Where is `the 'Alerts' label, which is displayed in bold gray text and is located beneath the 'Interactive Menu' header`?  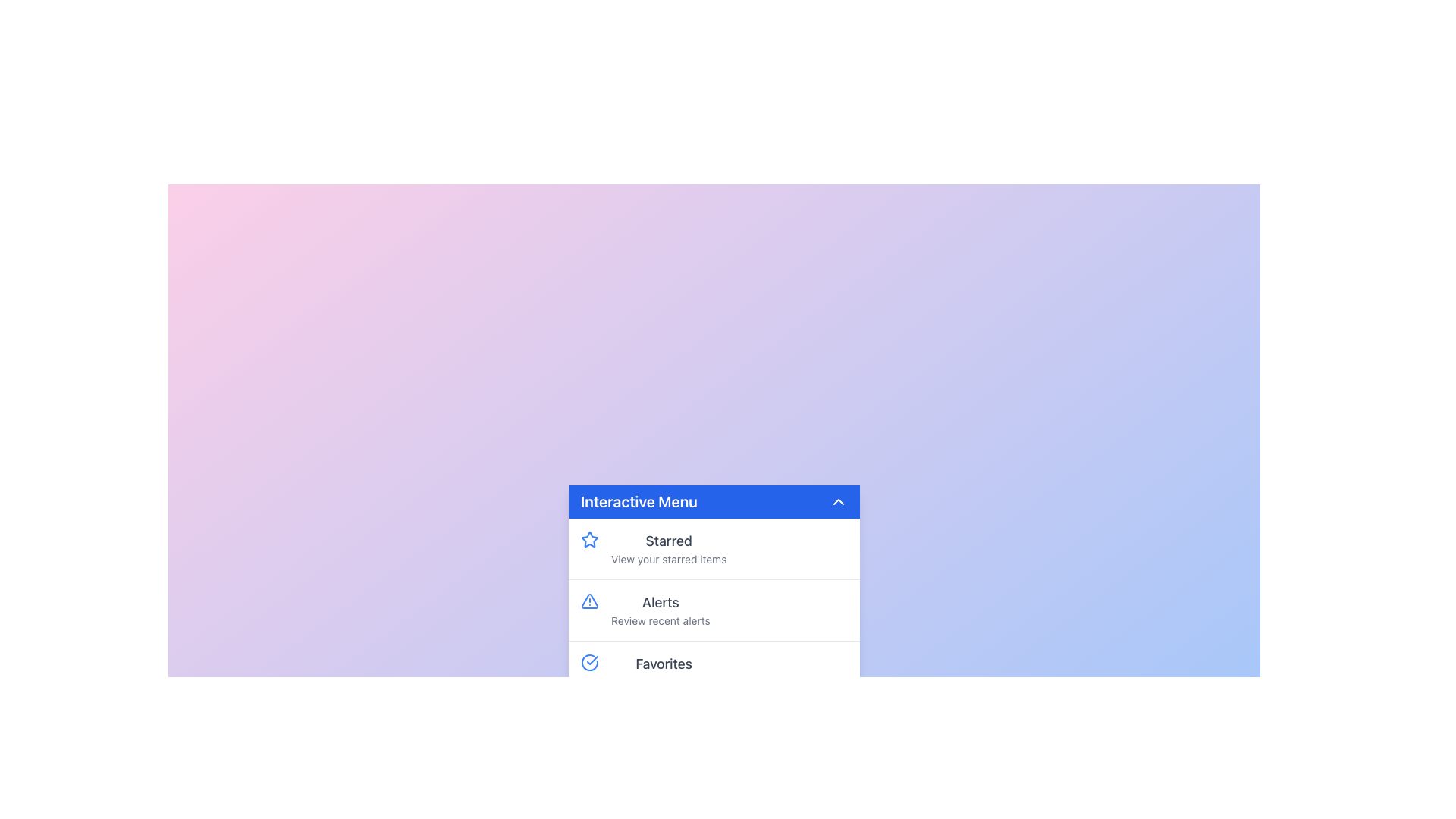
the 'Alerts' label, which is displayed in bold gray text and is located beneath the 'Interactive Menu' header is located at coordinates (661, 601).